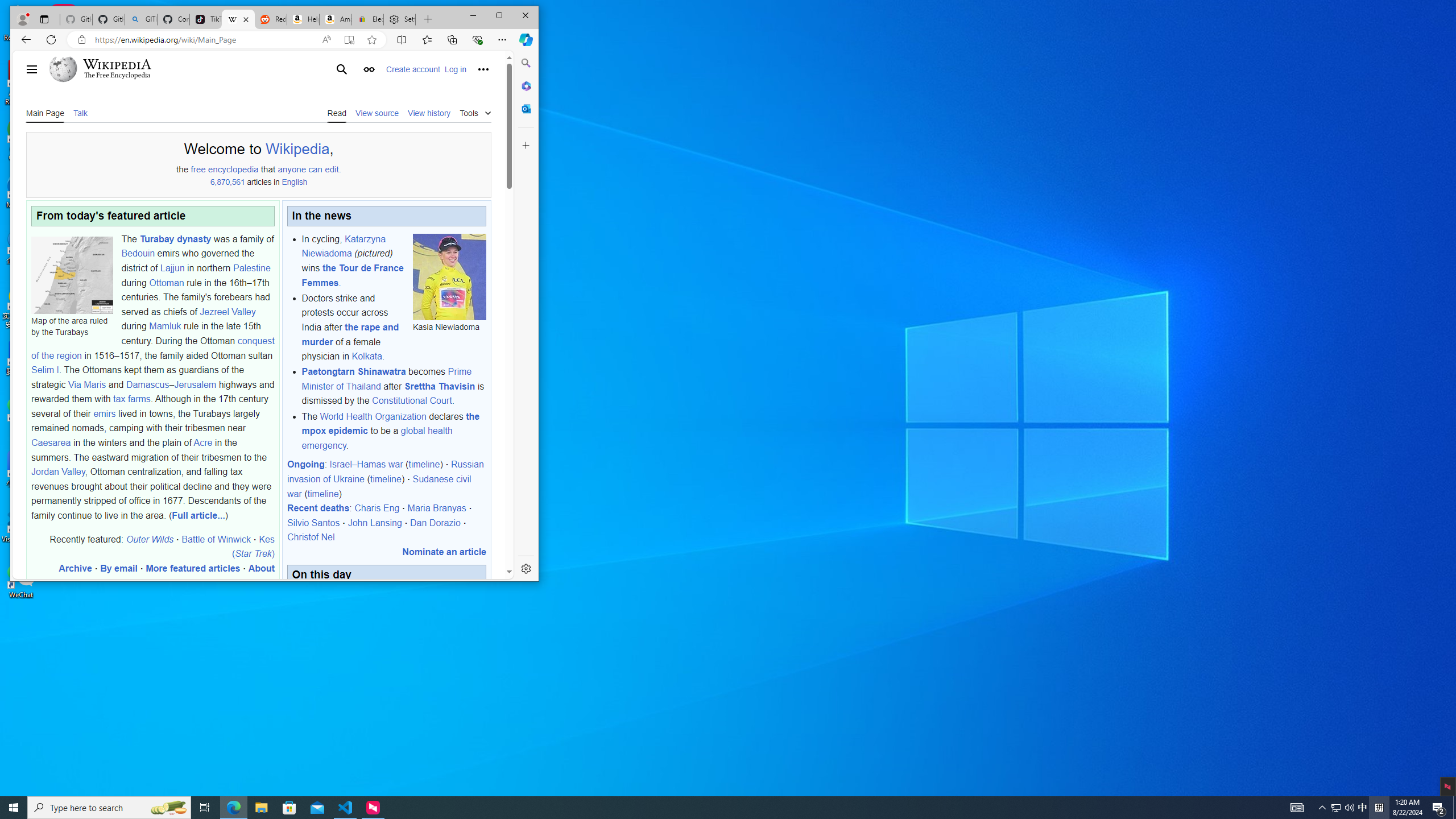 The height and width of the screenshot is (819, 1456). What do you see at coordinates (443, 551) in the screenshot?
I see `'Nominate an article'` at bounding box center [443, 551].